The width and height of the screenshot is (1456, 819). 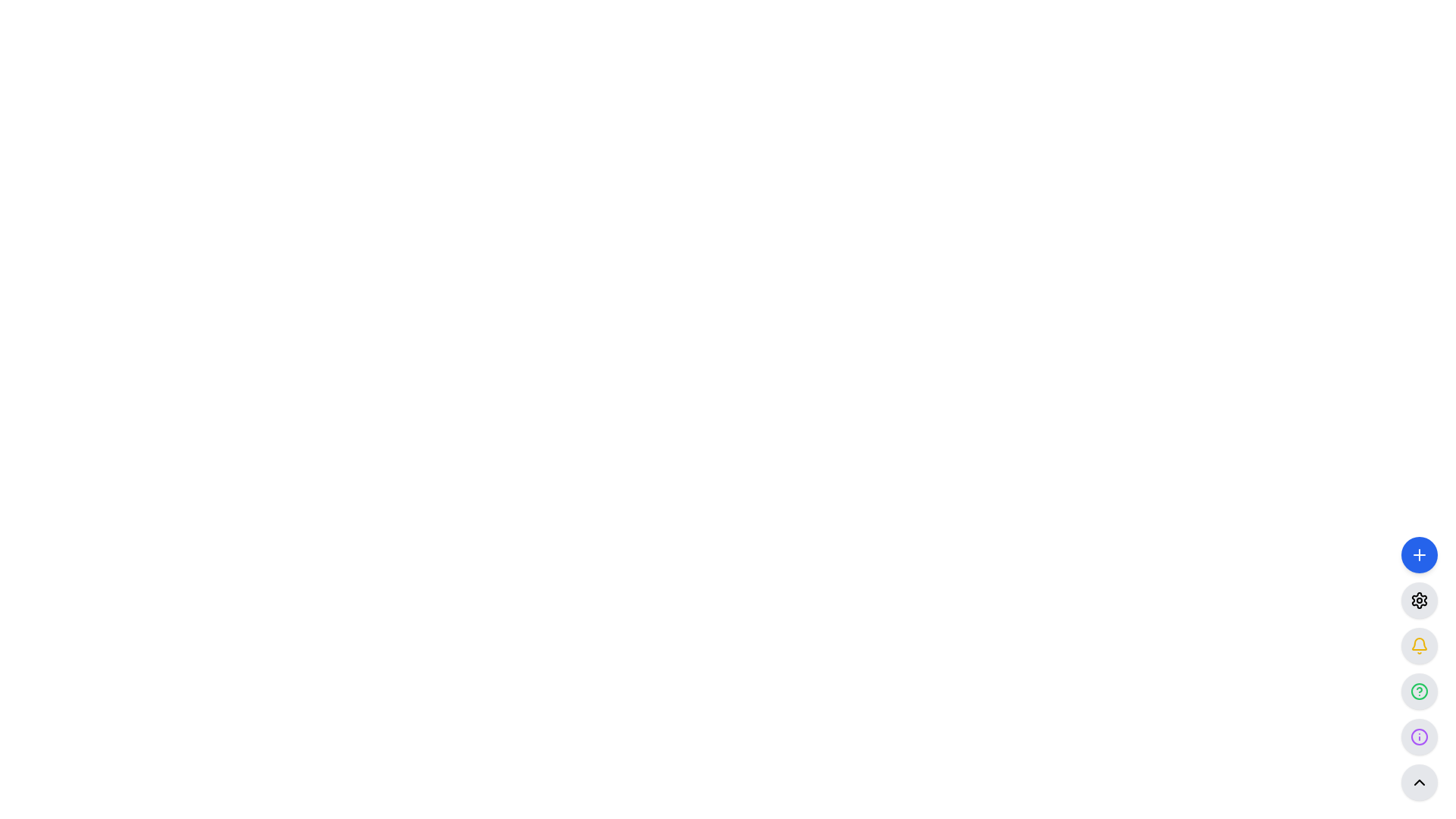 I want to click on the circular interactive button with a blue background and a white '+' icon located in the lower right corner of the interface, so click(x=1419, y=555).